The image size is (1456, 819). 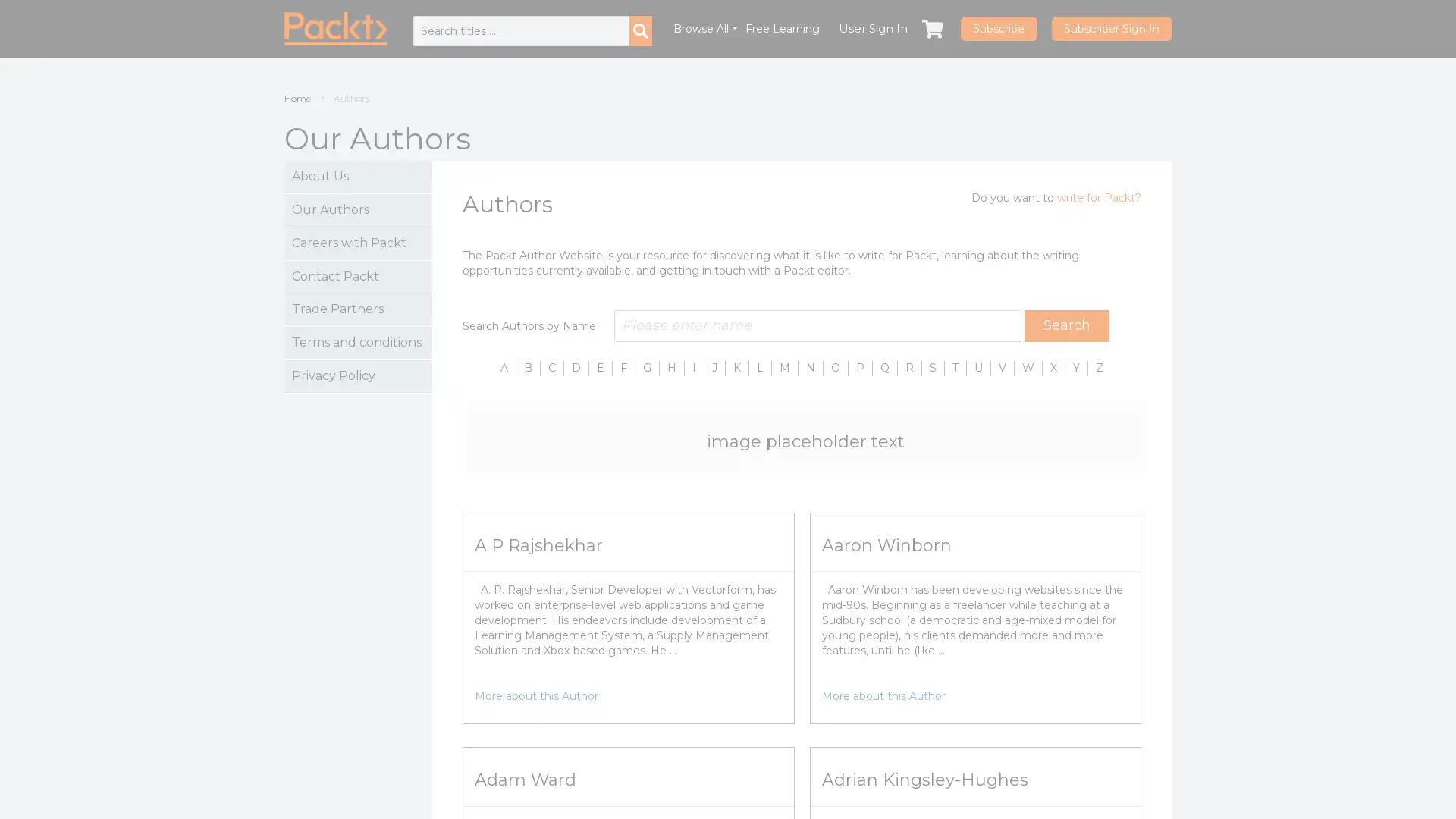 I want to click on Search, so click(x=1065, y=324).